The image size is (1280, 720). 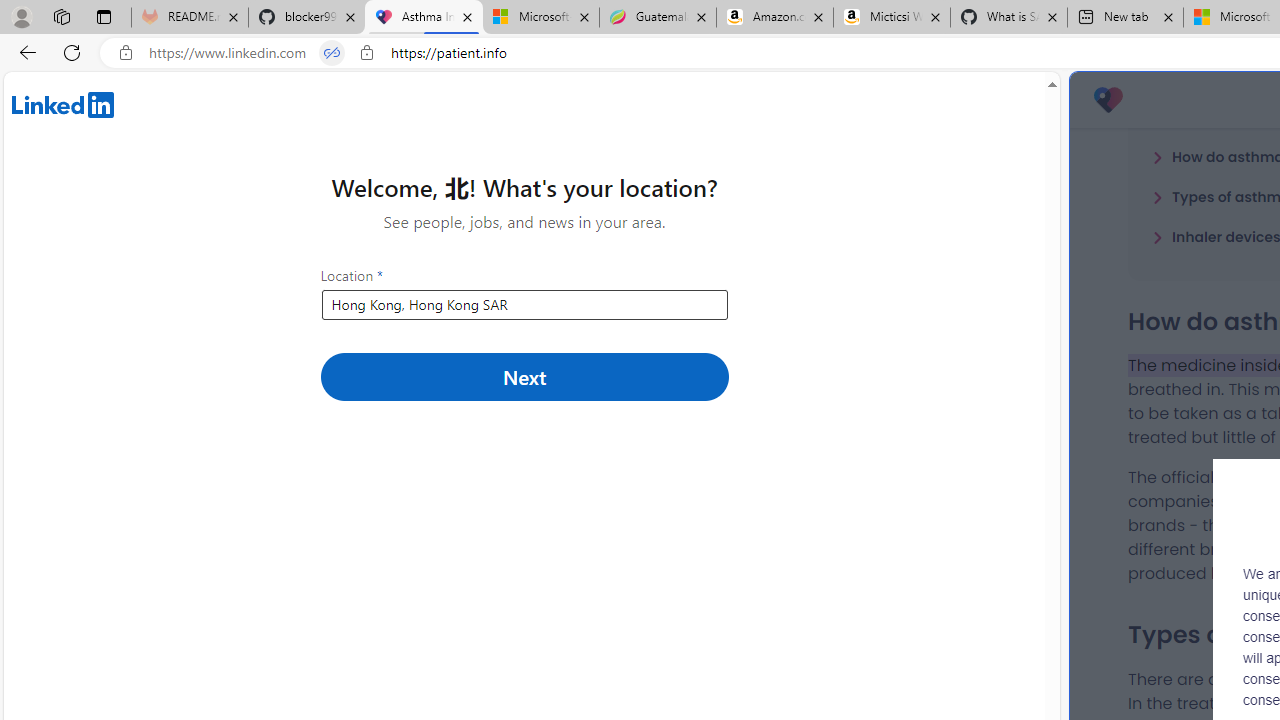 I want to click on 'Patient 3.0', so click(x=1107, y=100).